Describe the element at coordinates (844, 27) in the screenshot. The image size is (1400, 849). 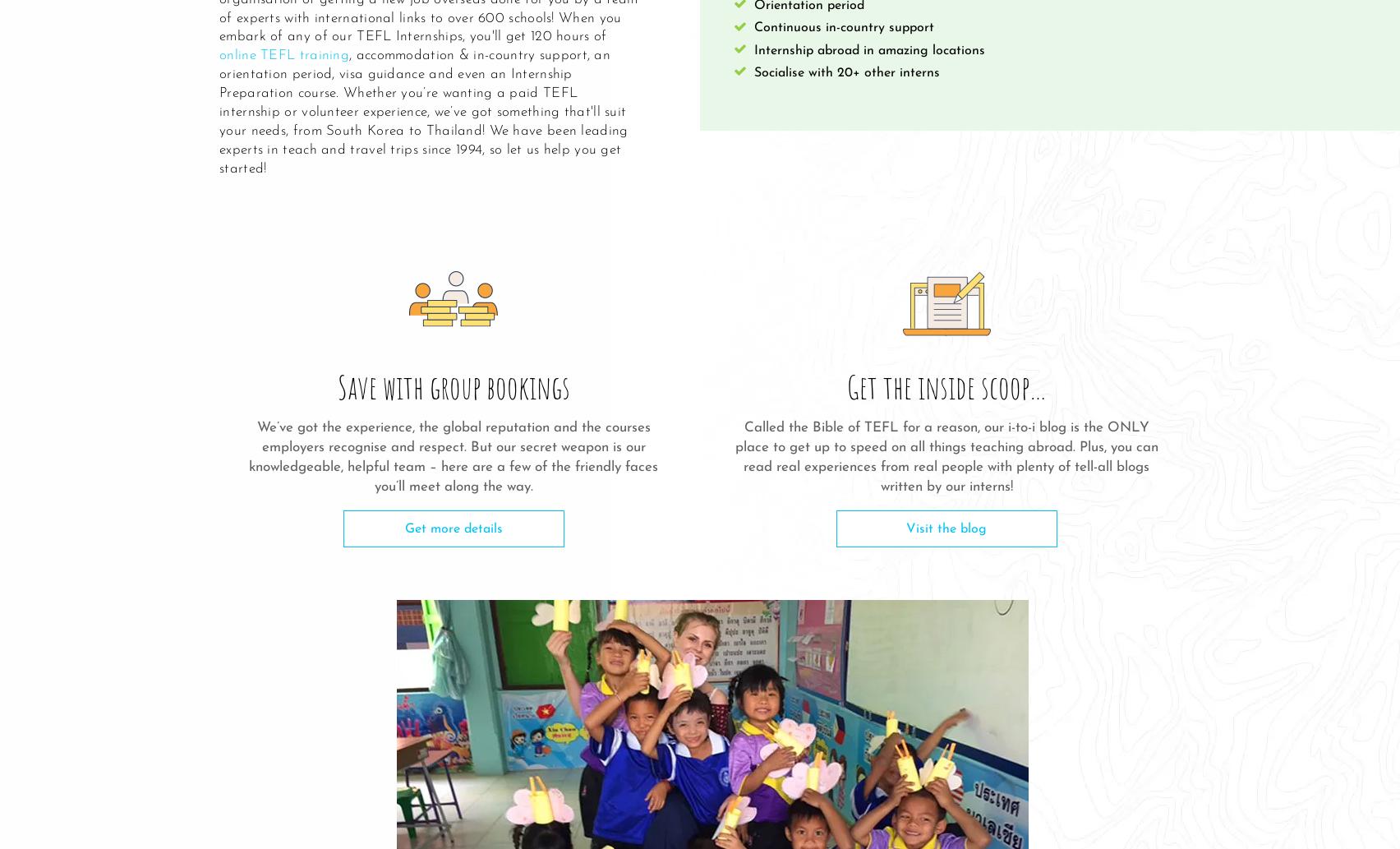
I see `'Continuous in-country support'` at that location.